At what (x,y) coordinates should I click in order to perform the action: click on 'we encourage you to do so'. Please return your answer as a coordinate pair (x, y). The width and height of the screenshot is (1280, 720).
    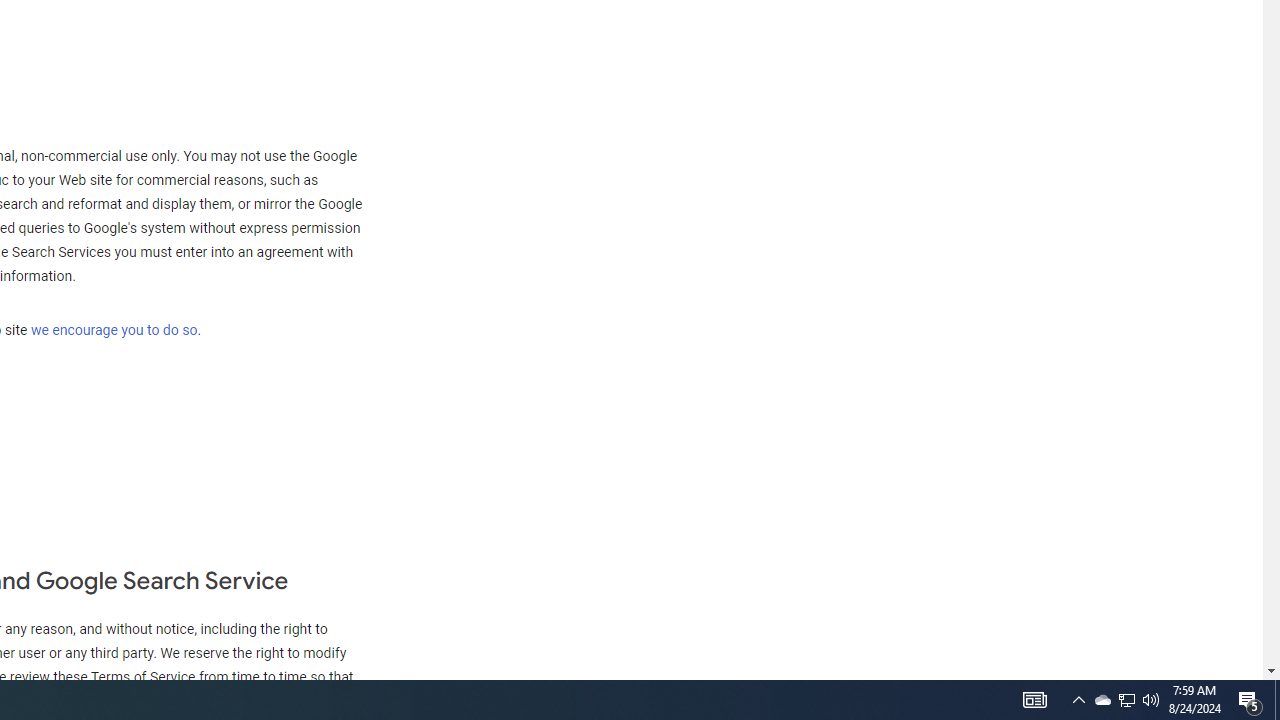
    Looking at the image, I should click on (112, 329).